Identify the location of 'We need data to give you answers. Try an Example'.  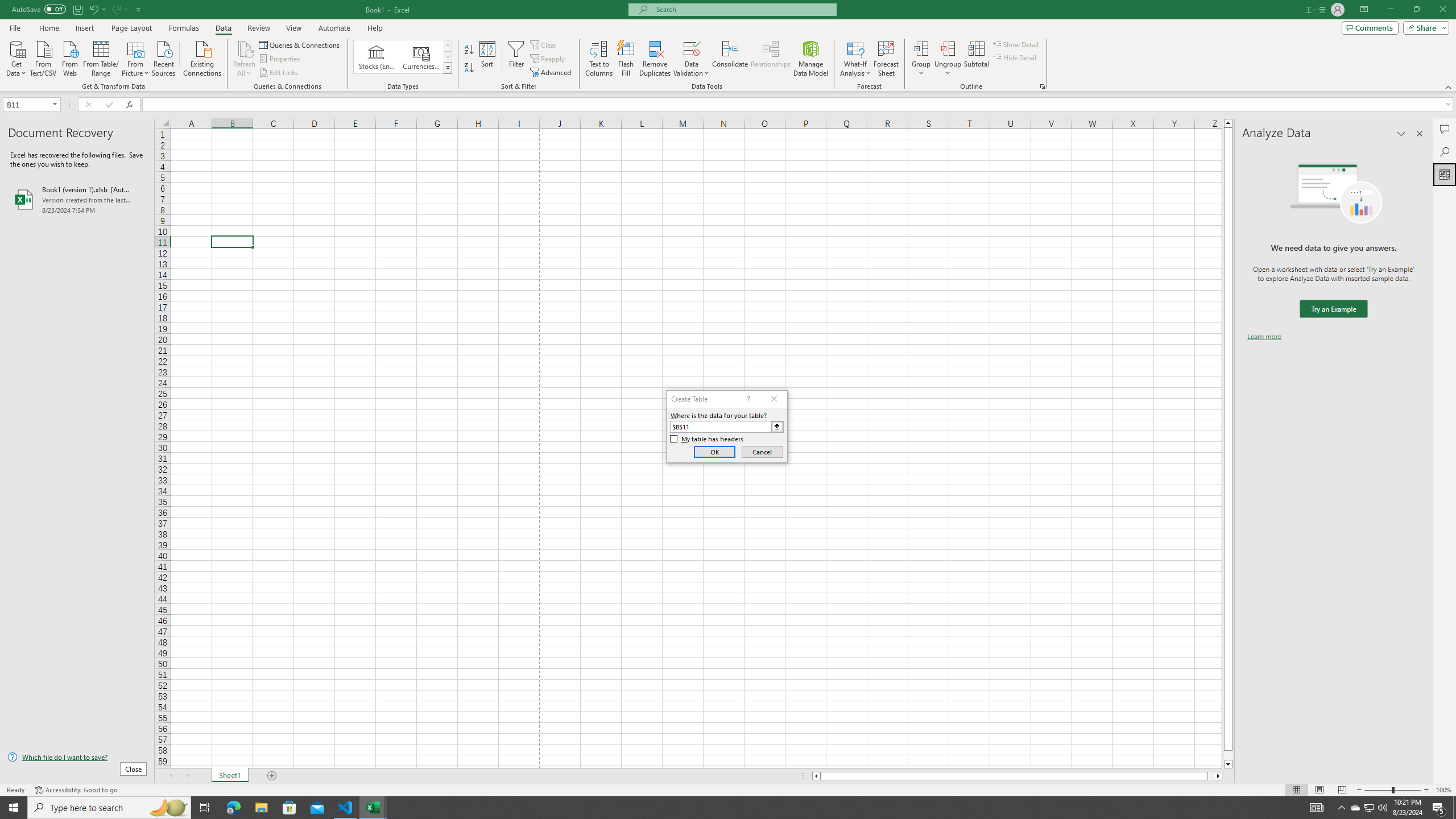
(1333, 309).